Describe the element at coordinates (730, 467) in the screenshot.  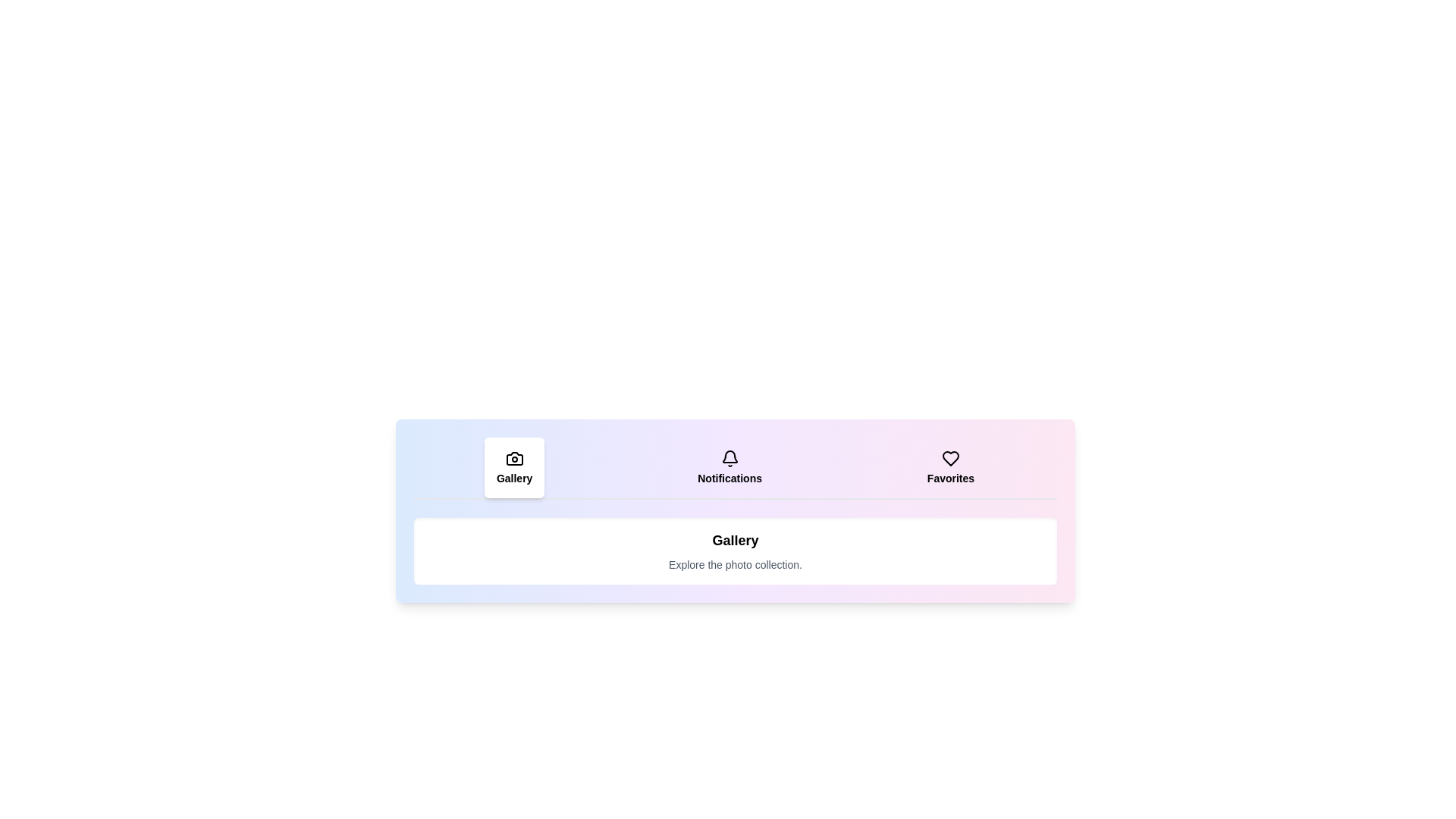
I see `the Notifications tab to view its content` at that location.